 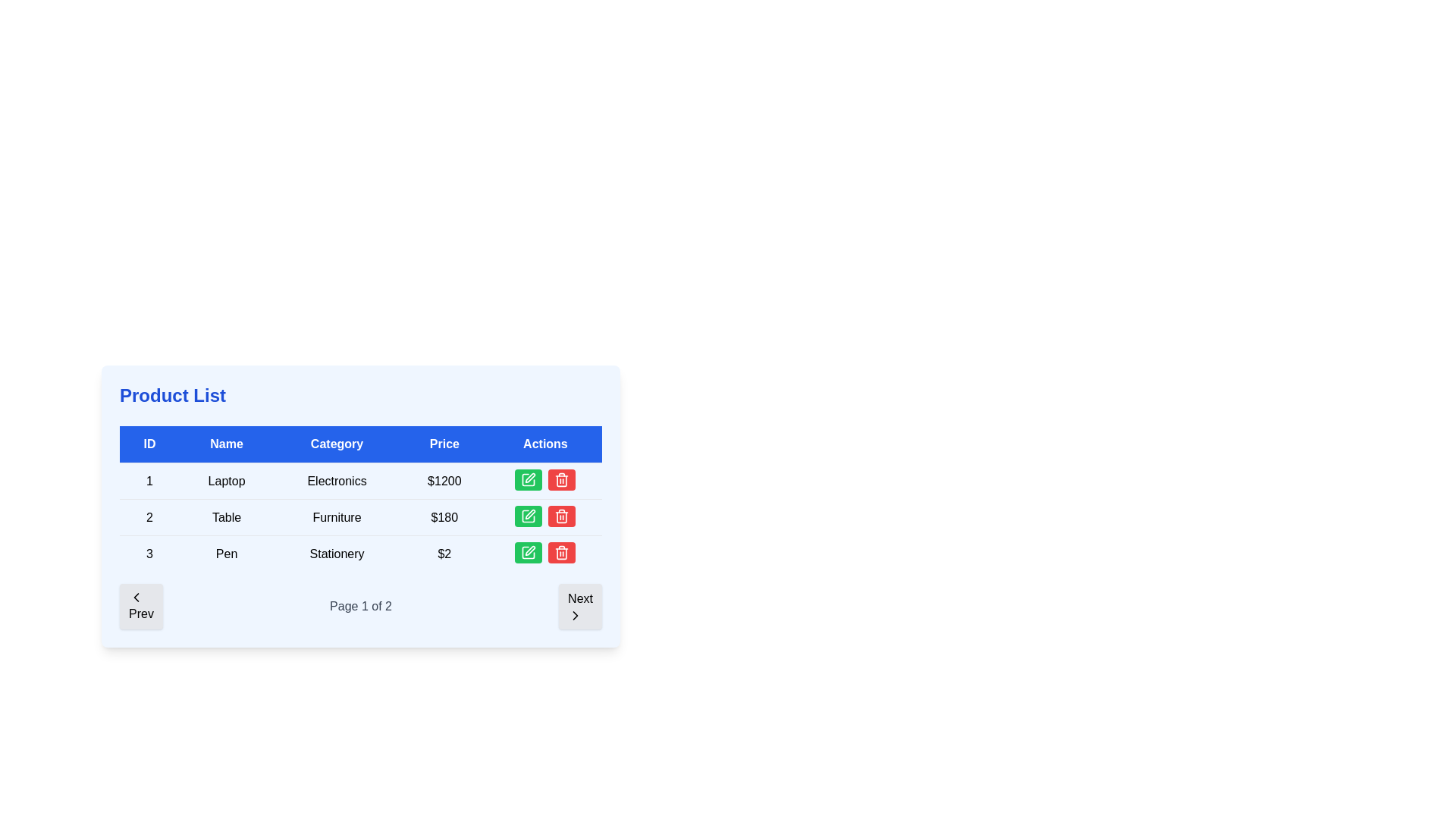 What do you see at coordinates (561, 481) in the screenshot?
I see `the red rectangular shape with rounded corners that forms the main body of the trash bin icon, located in the 'Actions' column of the third row of the table` at bounding box center [561, 481].